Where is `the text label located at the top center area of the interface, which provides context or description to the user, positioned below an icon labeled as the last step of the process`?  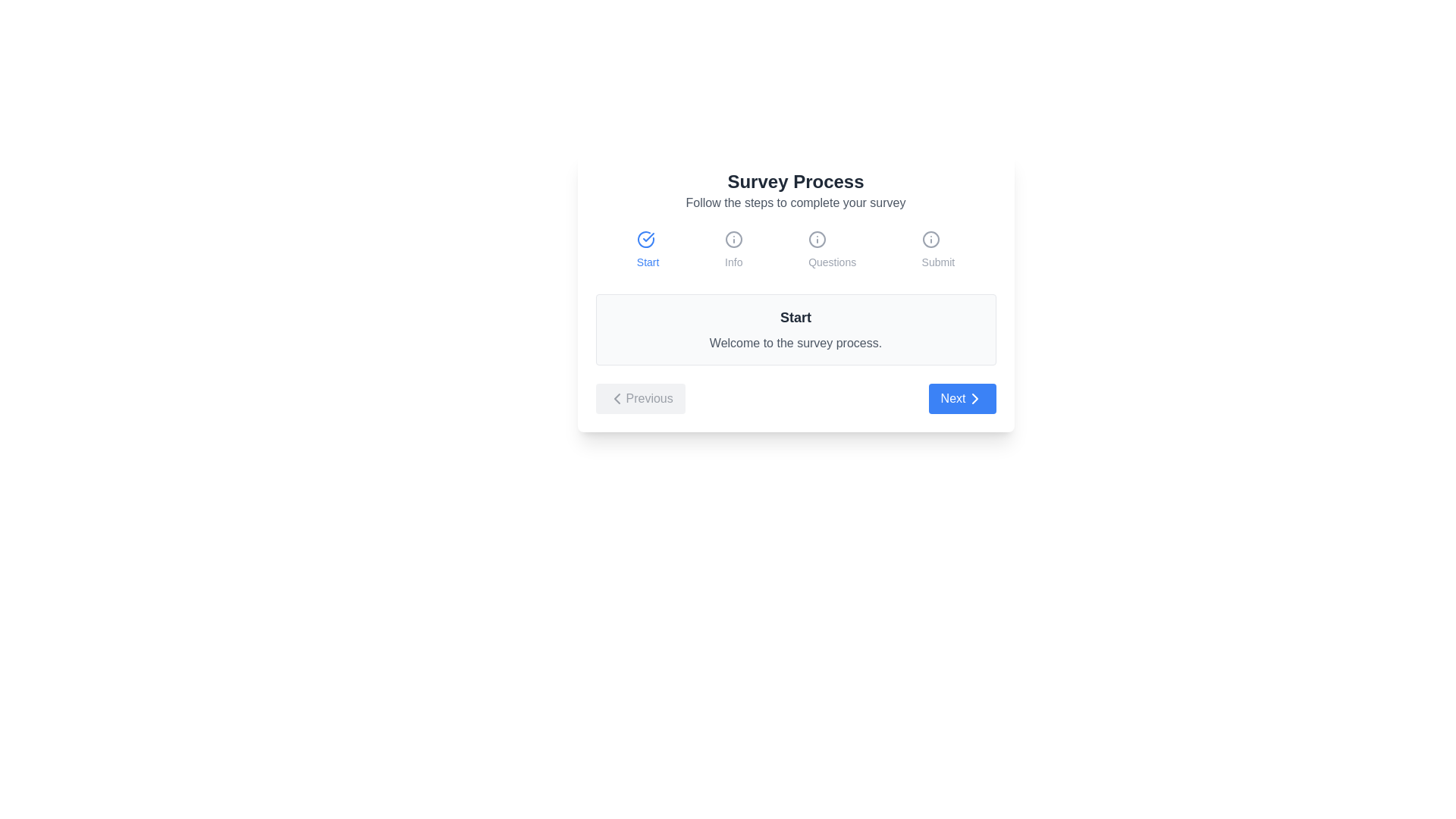 the text label located at the top center area of the interface, which provides context or description to the user, positioned below an icon labeled as the last step of the process is located at coordinates (937, 262).